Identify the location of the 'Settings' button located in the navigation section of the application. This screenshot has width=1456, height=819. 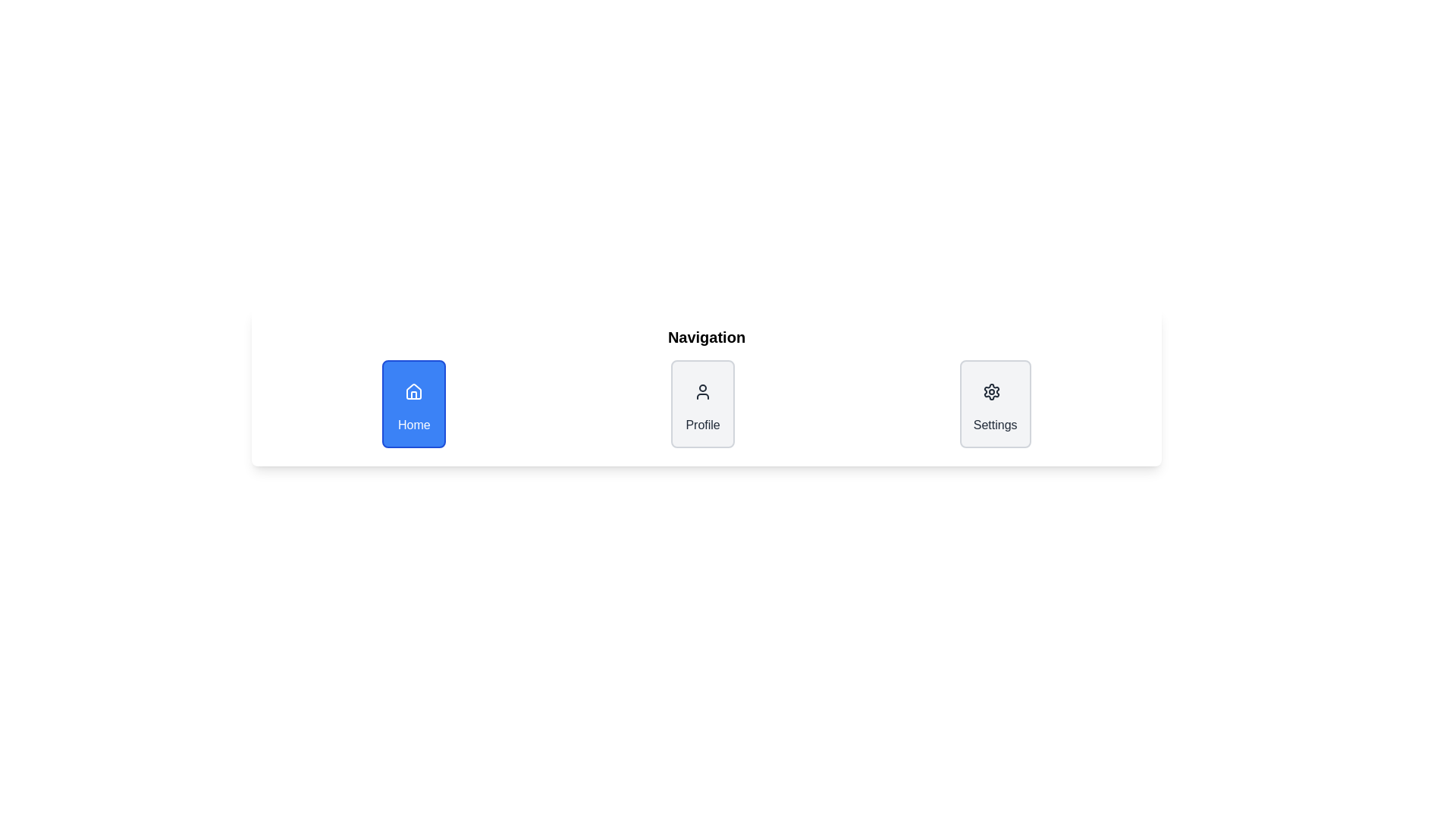
(995, 403).